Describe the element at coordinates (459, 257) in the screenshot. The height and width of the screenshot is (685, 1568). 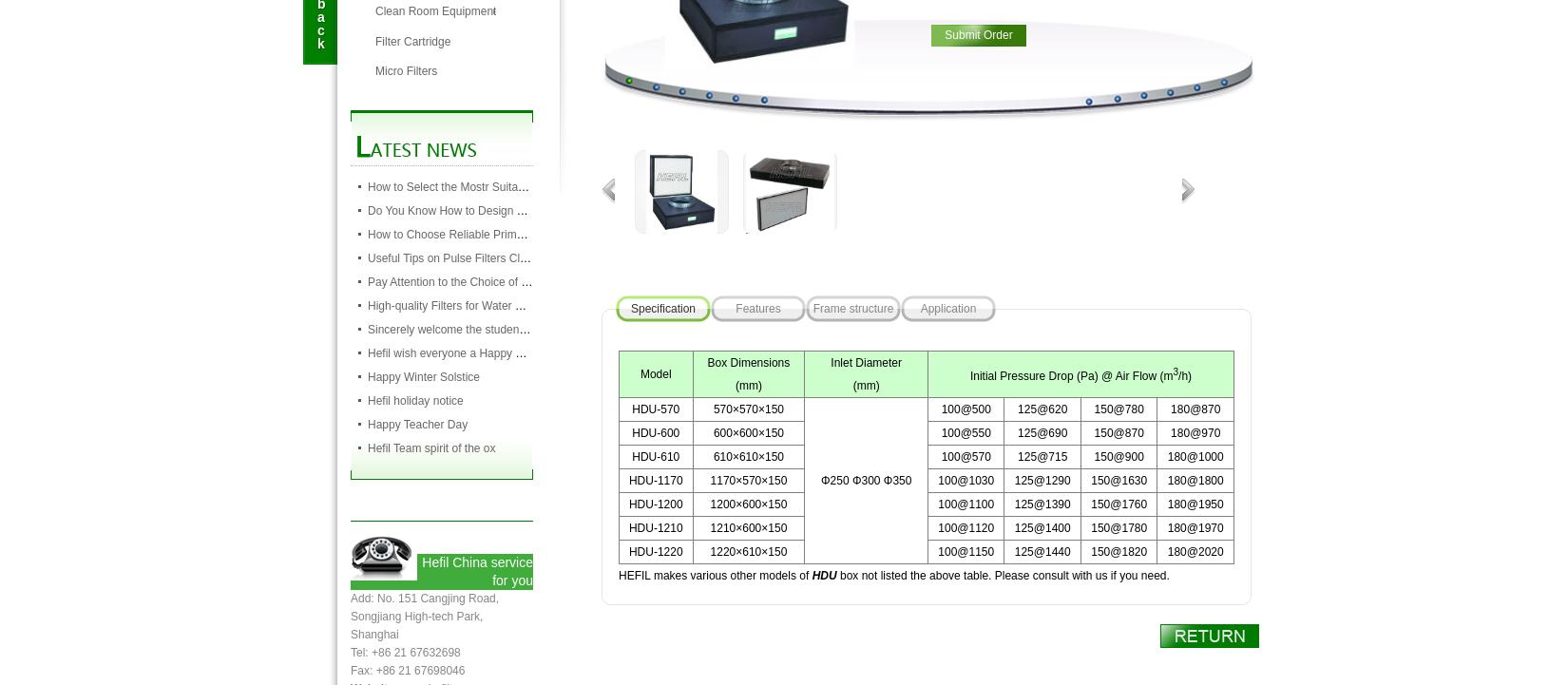
I see `'Useful Tips on Pulse Filters Cleaning'` at that location.